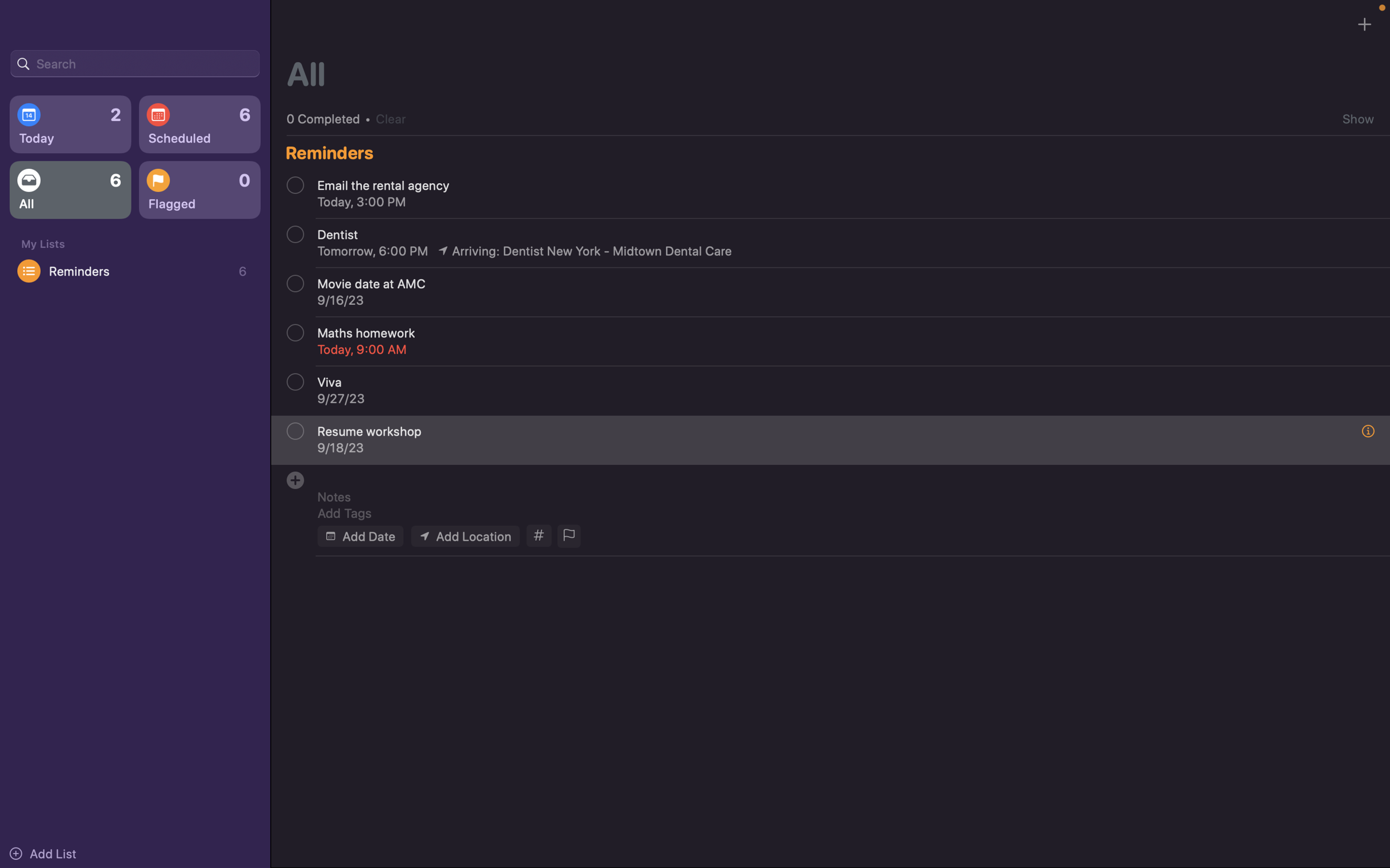  What do you see at coordinates (567, 536) in the screenshot?
I see `Indicate this event as noteworthy` at bounding box center [567, 536].